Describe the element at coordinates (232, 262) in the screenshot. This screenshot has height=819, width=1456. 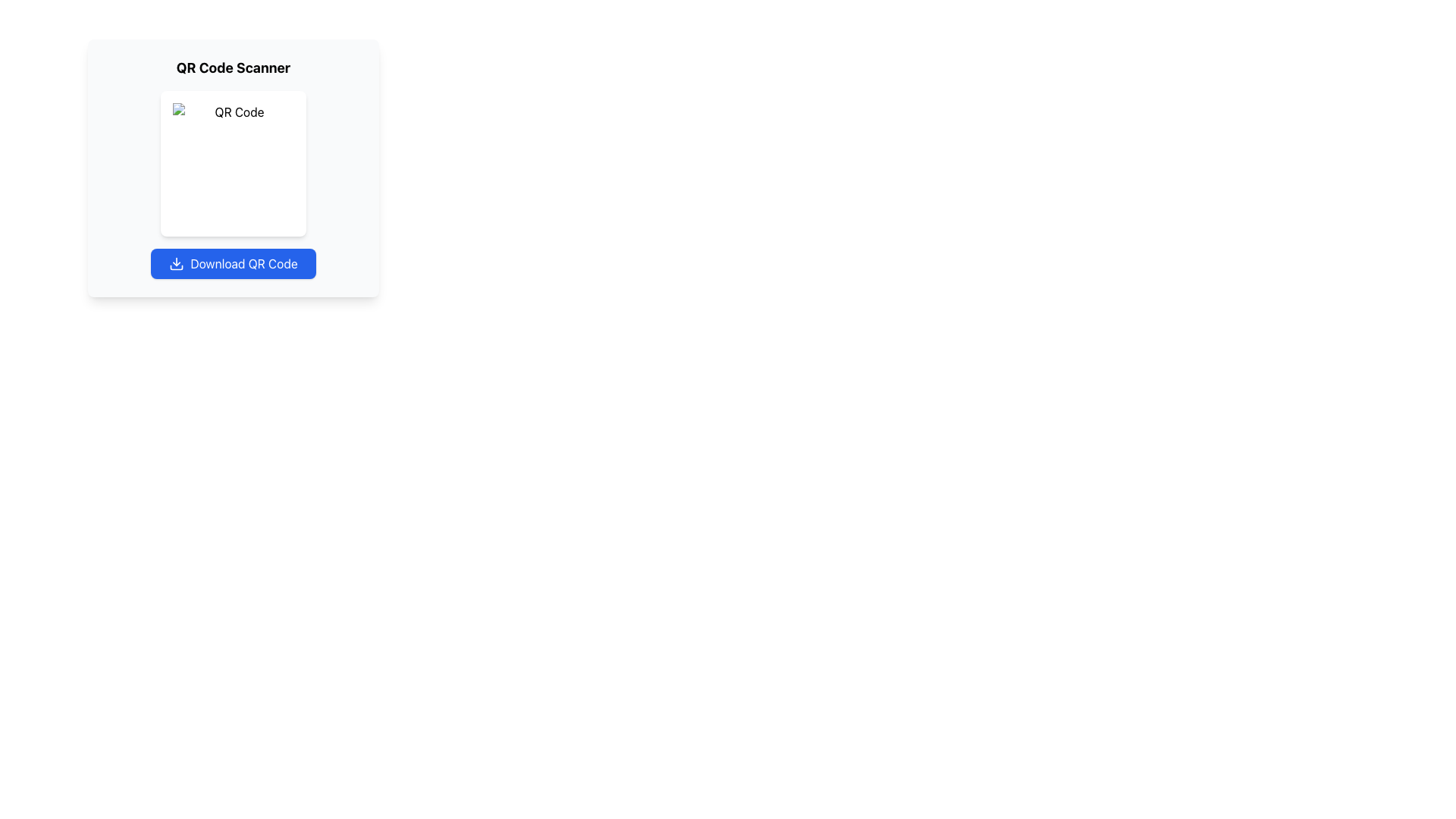
I see `the rectangular blue button labeled 'Download QR Code' to initiate the download` at that location.